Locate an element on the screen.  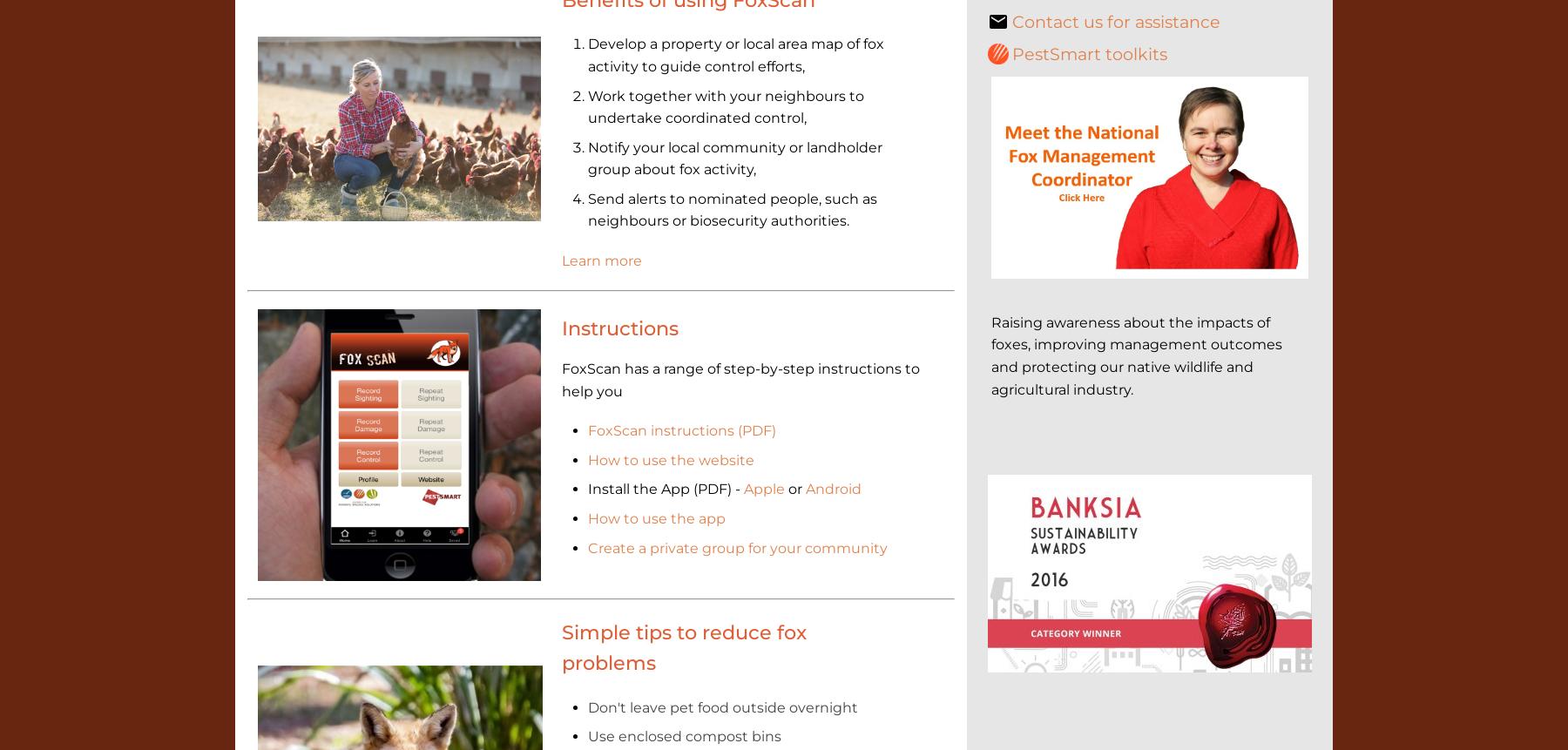
'Install the App (PDF) -' is located at coordinates (664, 488).